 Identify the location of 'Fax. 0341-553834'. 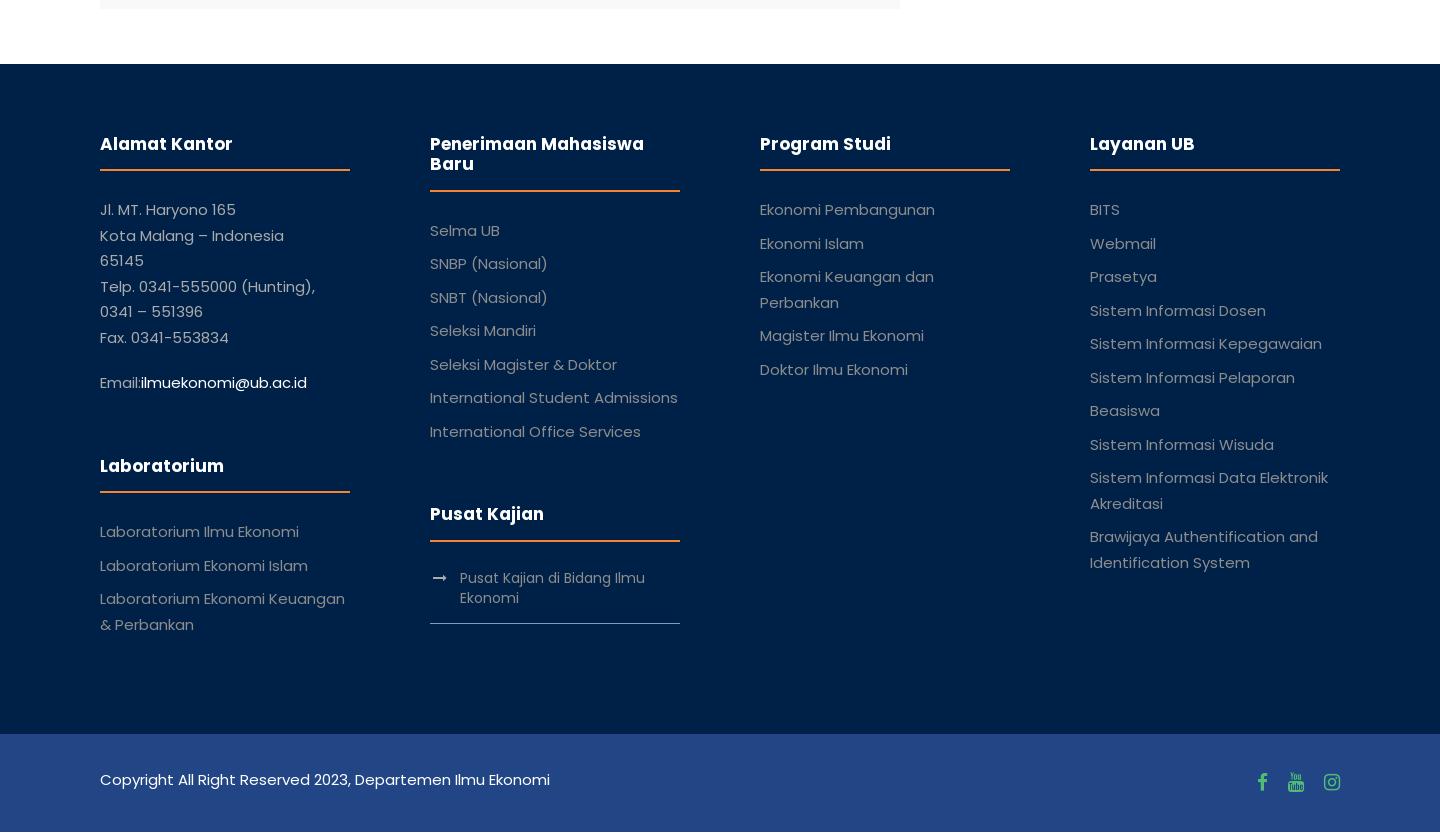
(163, 335).